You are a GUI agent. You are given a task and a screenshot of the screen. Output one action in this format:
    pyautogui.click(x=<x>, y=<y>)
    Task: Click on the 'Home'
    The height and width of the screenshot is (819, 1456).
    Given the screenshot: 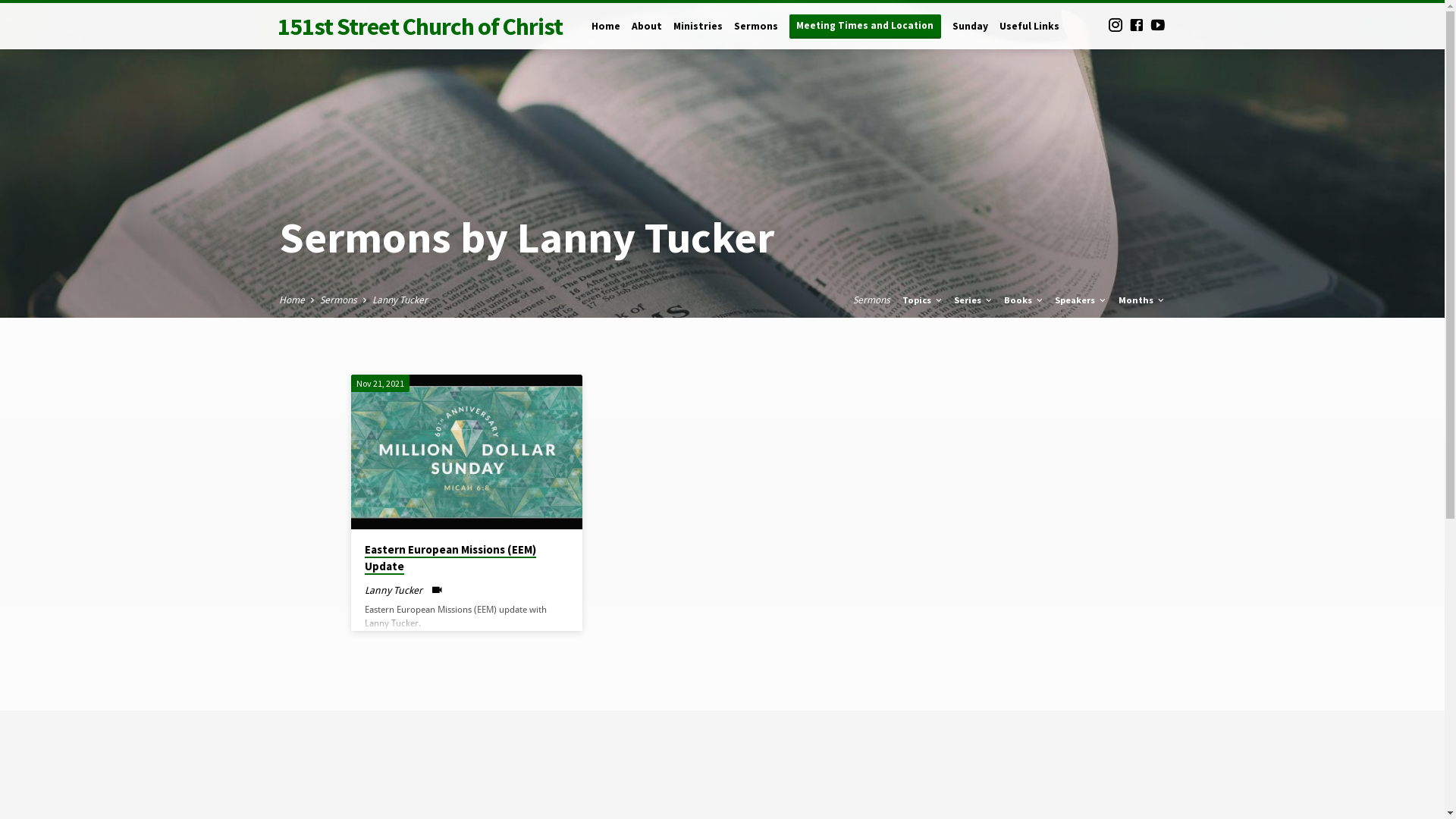 What is the action you would take?
    pyautogui.click(x=590, y=35)
    